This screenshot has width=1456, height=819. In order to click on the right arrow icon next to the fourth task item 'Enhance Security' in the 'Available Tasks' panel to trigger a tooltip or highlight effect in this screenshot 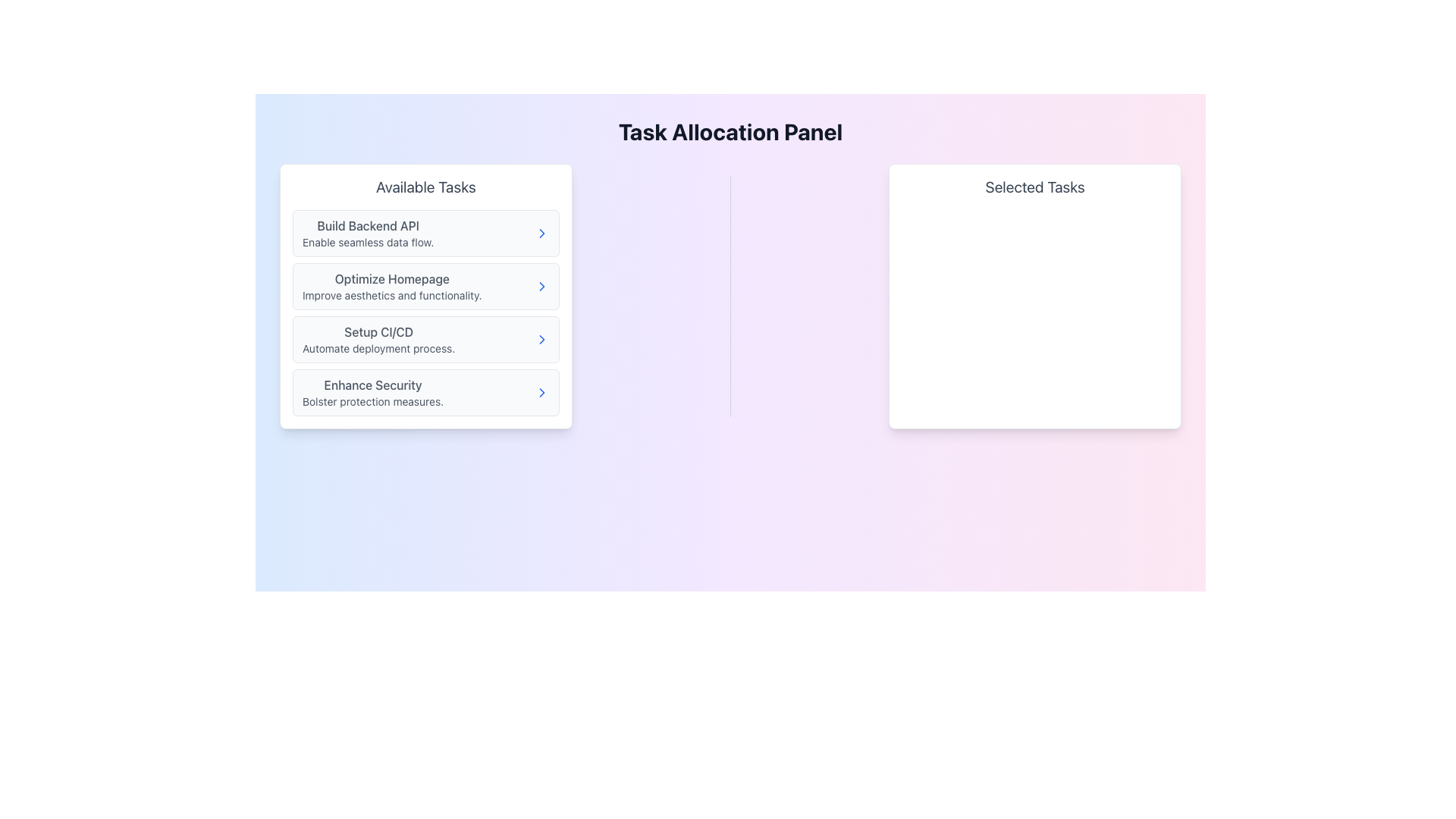, I will do `click(541, 391)`.